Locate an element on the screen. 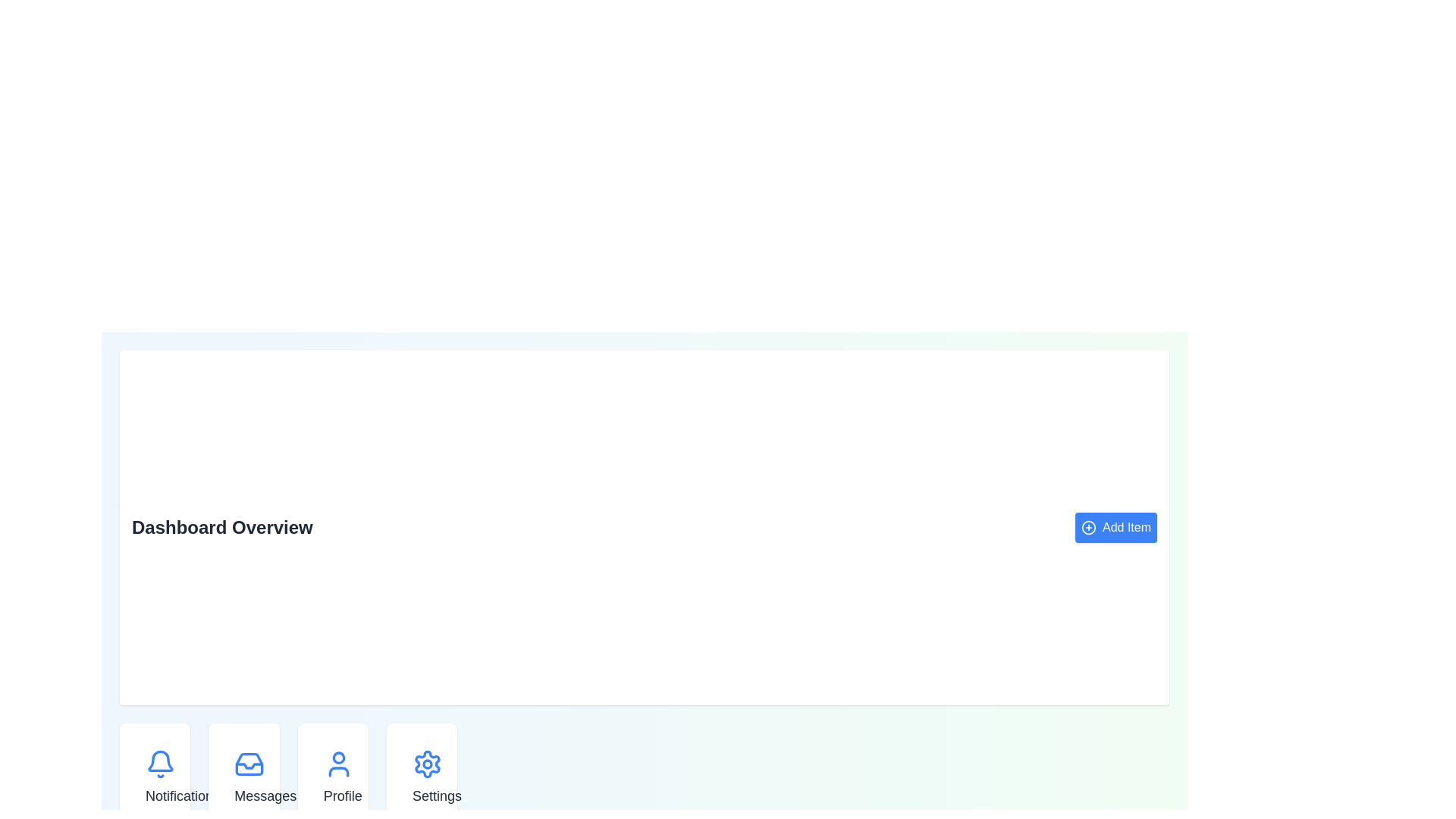 The height and width of the screenshot is (819, 1456). the 'Profile' text label, which is a medium-sized, bold, gray shade label located in the lower navigation bar, centered under the user-profile icon is located at coordinates (342, 795).